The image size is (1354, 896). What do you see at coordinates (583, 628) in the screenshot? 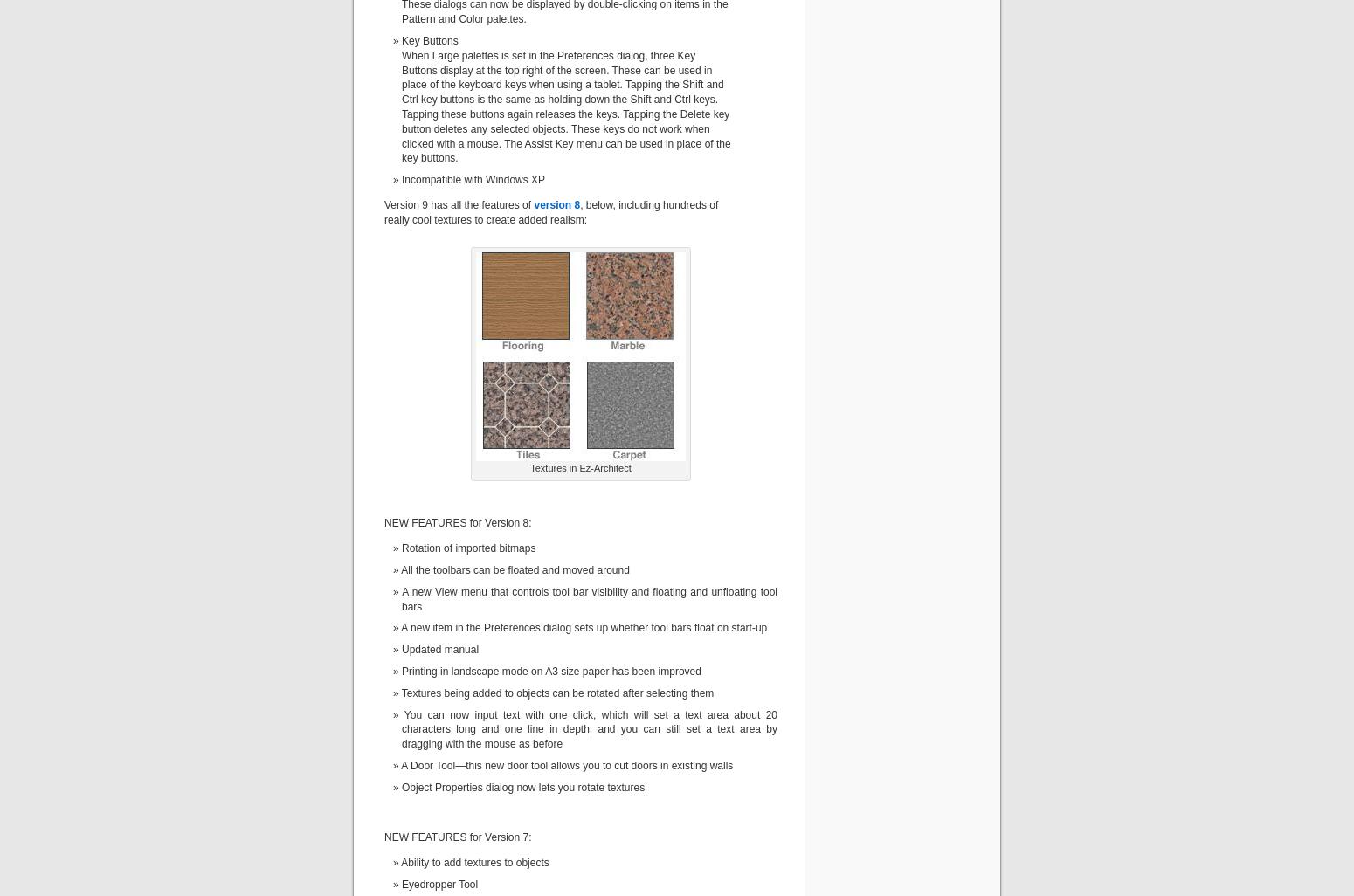
I see `'A new item in the Preferences dialog sets up whether tool bars float on start-up'` at bounding box center [583, 628].